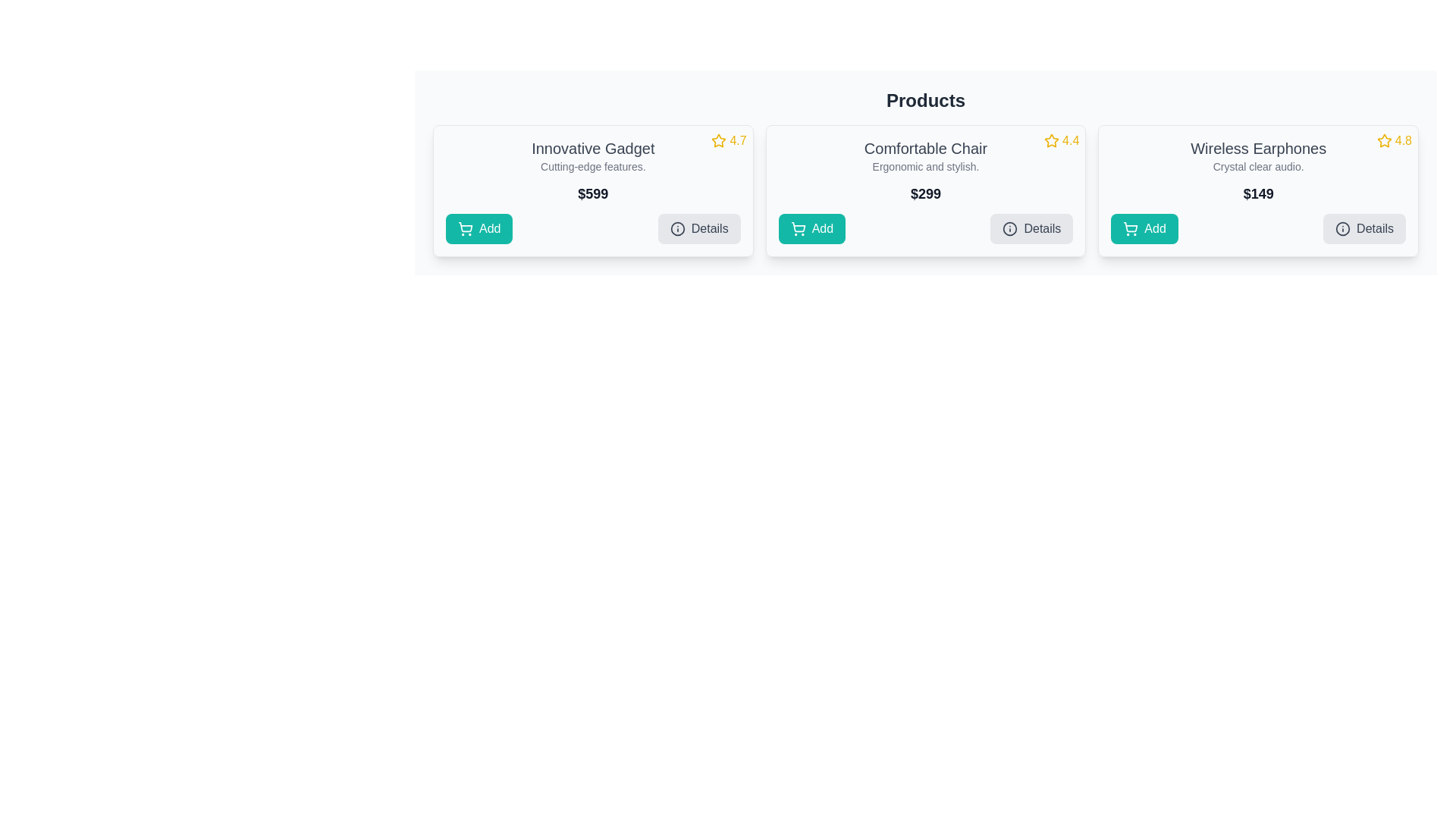  What do you see at coordinates (729, 140) in the screenshot?
I see `rating displayed, which is represented by a yellow star icon followed by the text '4.7' in a sans-serif font, located in the top-right corner of the product card` at bounding box center [729, 140].